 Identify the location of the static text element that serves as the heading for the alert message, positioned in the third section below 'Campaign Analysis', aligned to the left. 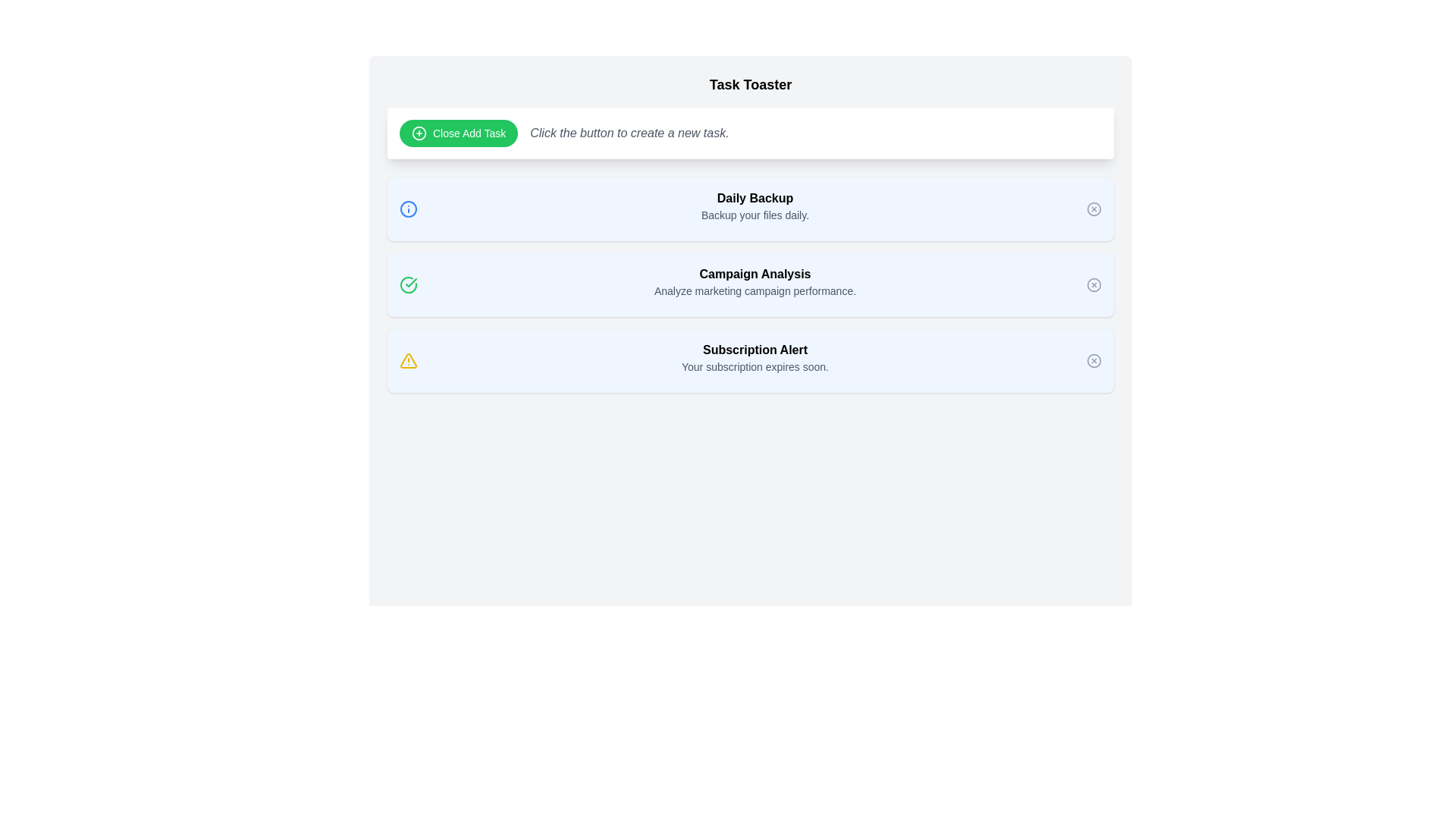
(755, 350).